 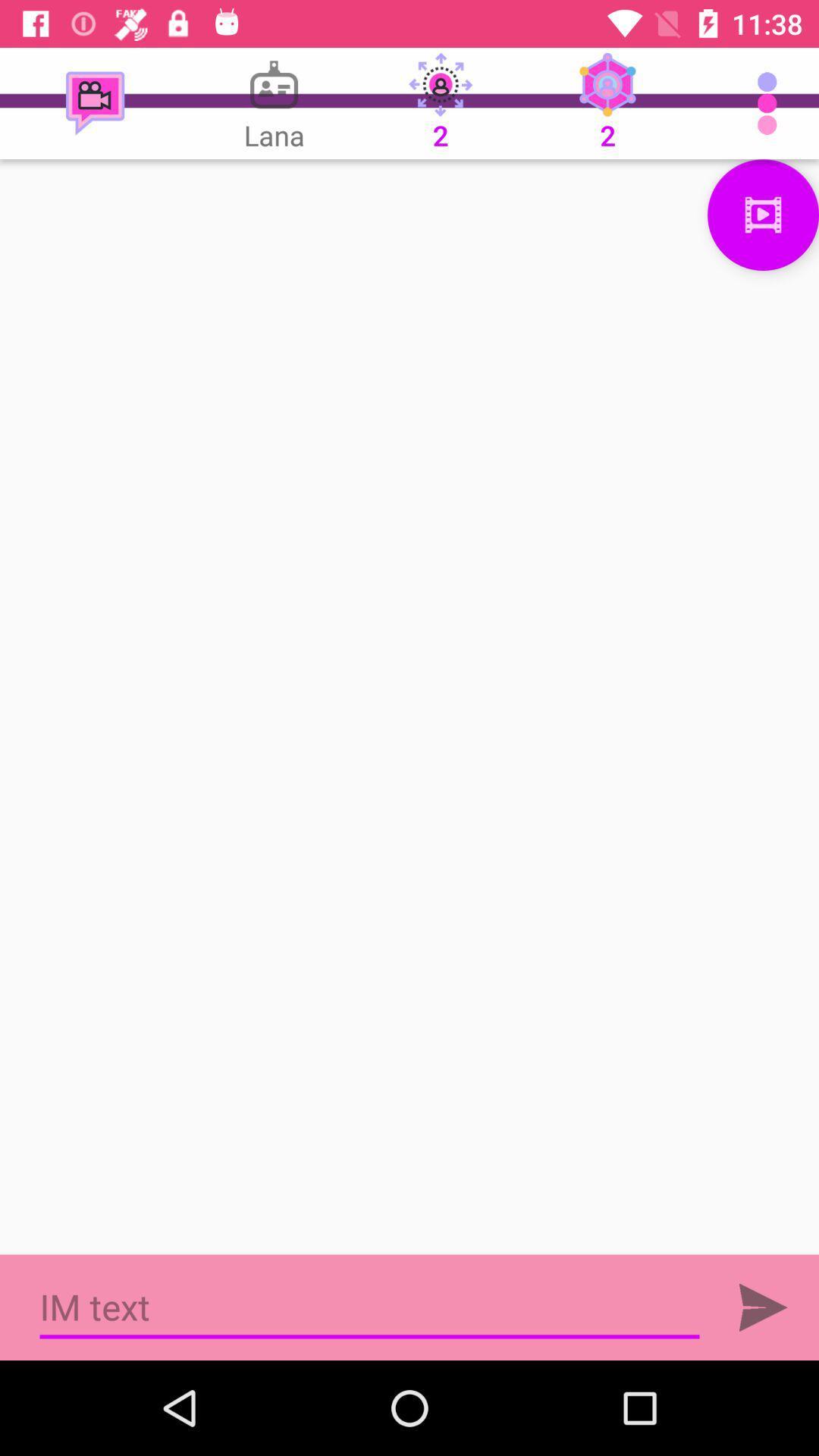 What do you see at coordinates (369, 1307) in the screenshot?
I see `write instant message text` at bounding box center [369, 1307].